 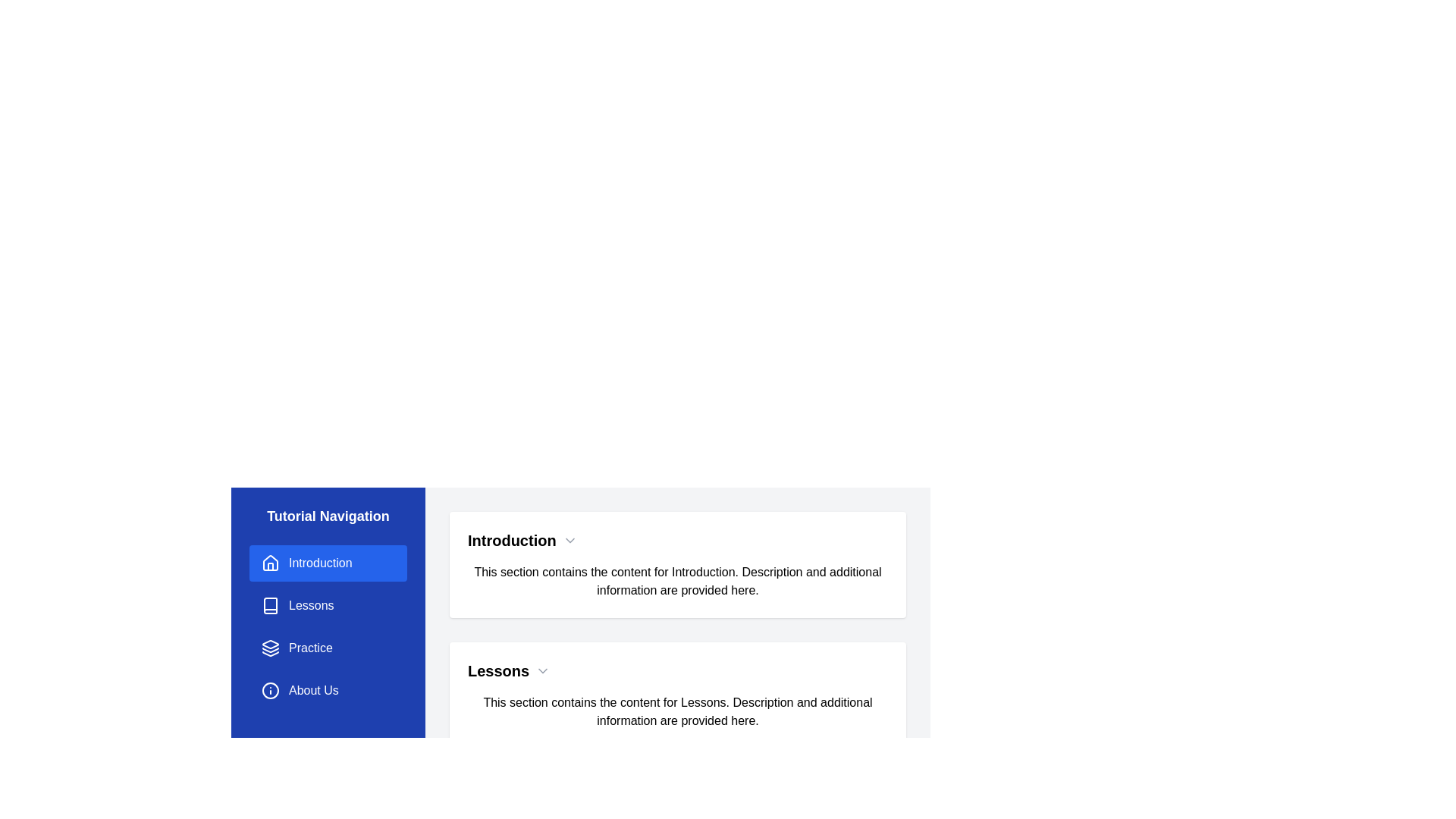 What do you see at coordinates (270, 648) in the screenshot?
I see `the navigational icon representing the 'Practice' section located in the third row of the vertical navigation menu on the left side of the interface` at bounding box center [270, 648].